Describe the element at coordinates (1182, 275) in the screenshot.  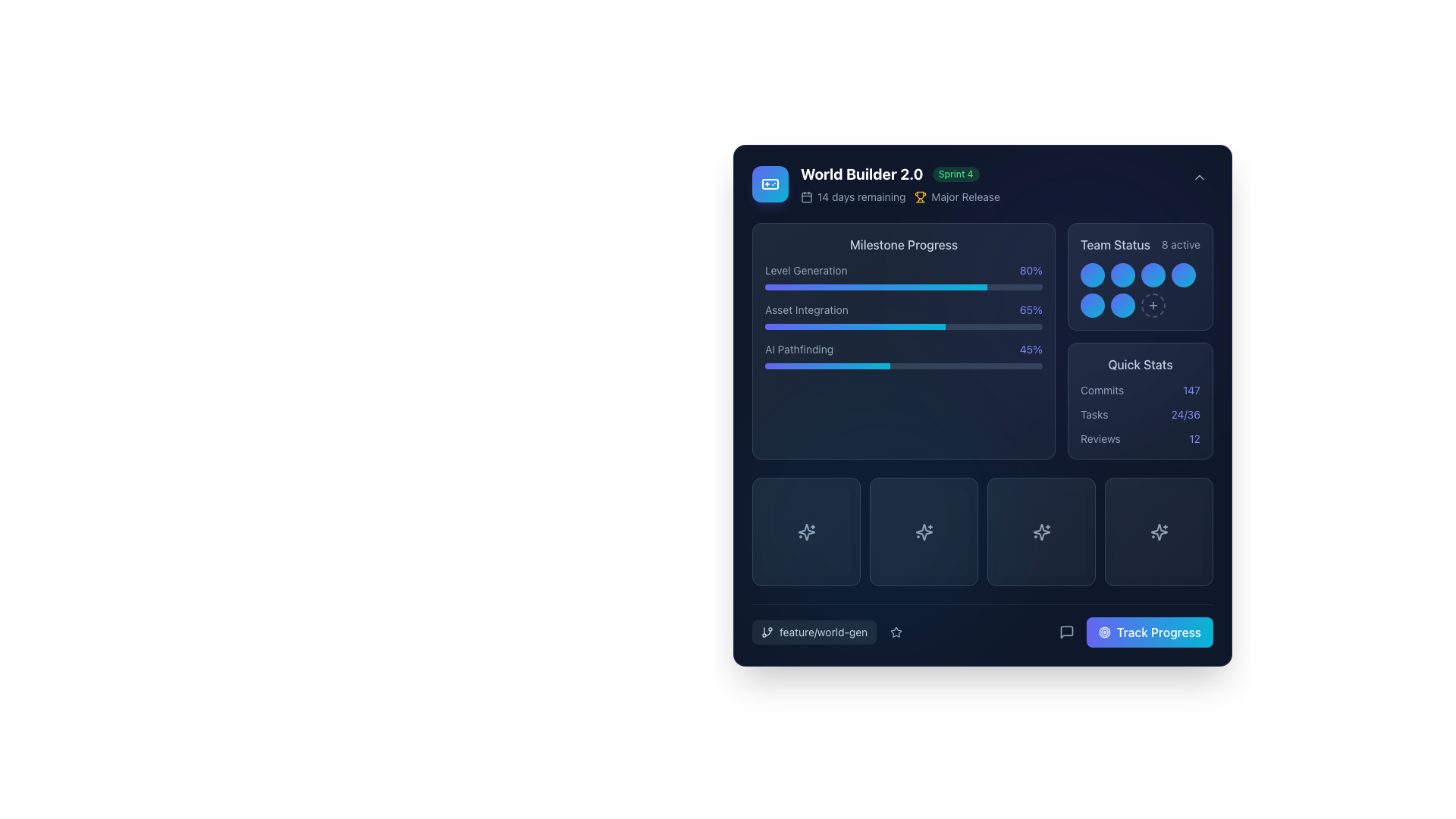
I see `the fourth graphic icon from the left in the 'Team Status' section, which serves as a placeholder for a team member` at that location.